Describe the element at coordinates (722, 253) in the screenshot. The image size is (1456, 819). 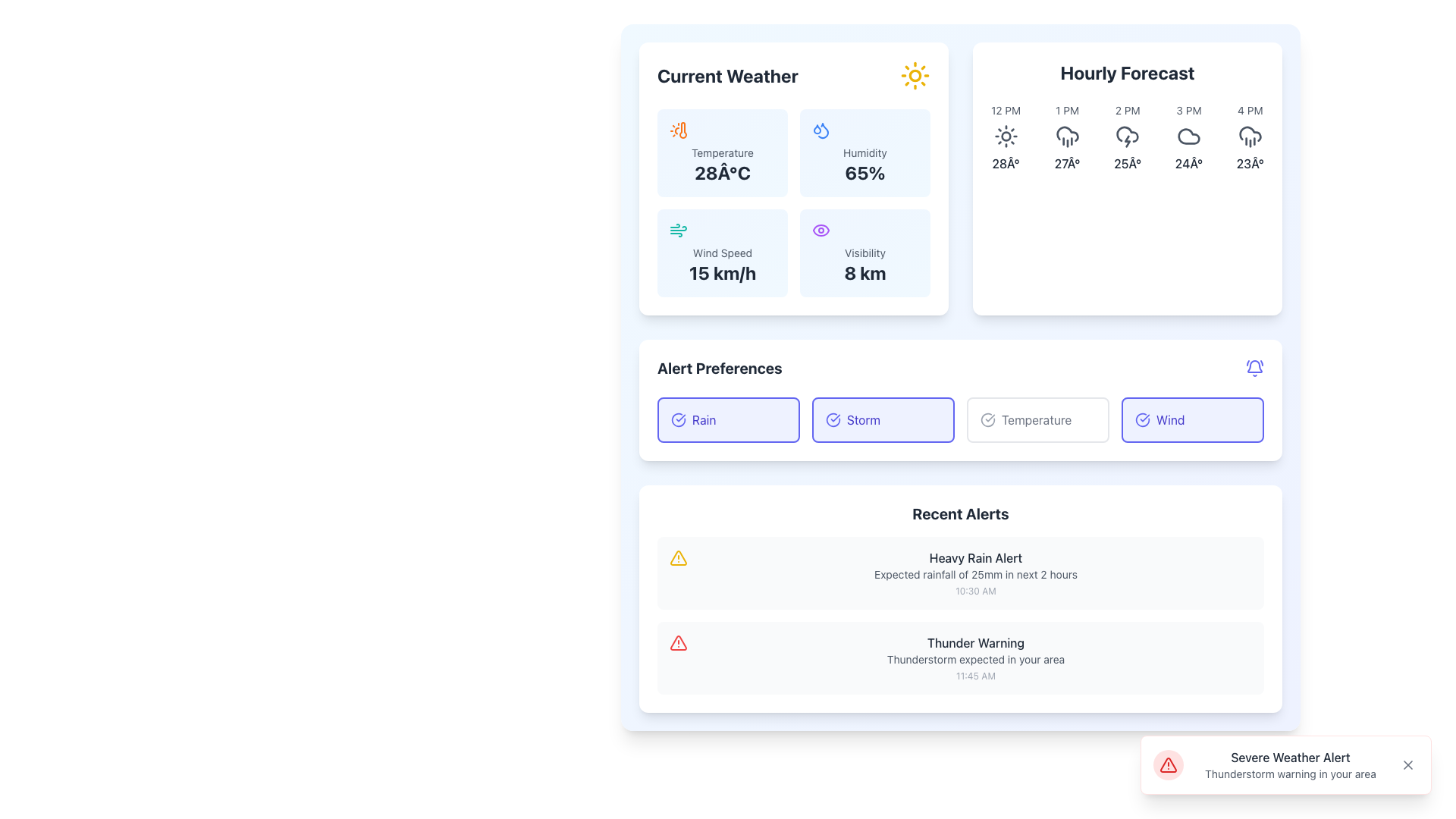
I see `the wind speed information card, the third card in the grid under the 'Current Weather' section, which provides read-only wind speed data` at that location.